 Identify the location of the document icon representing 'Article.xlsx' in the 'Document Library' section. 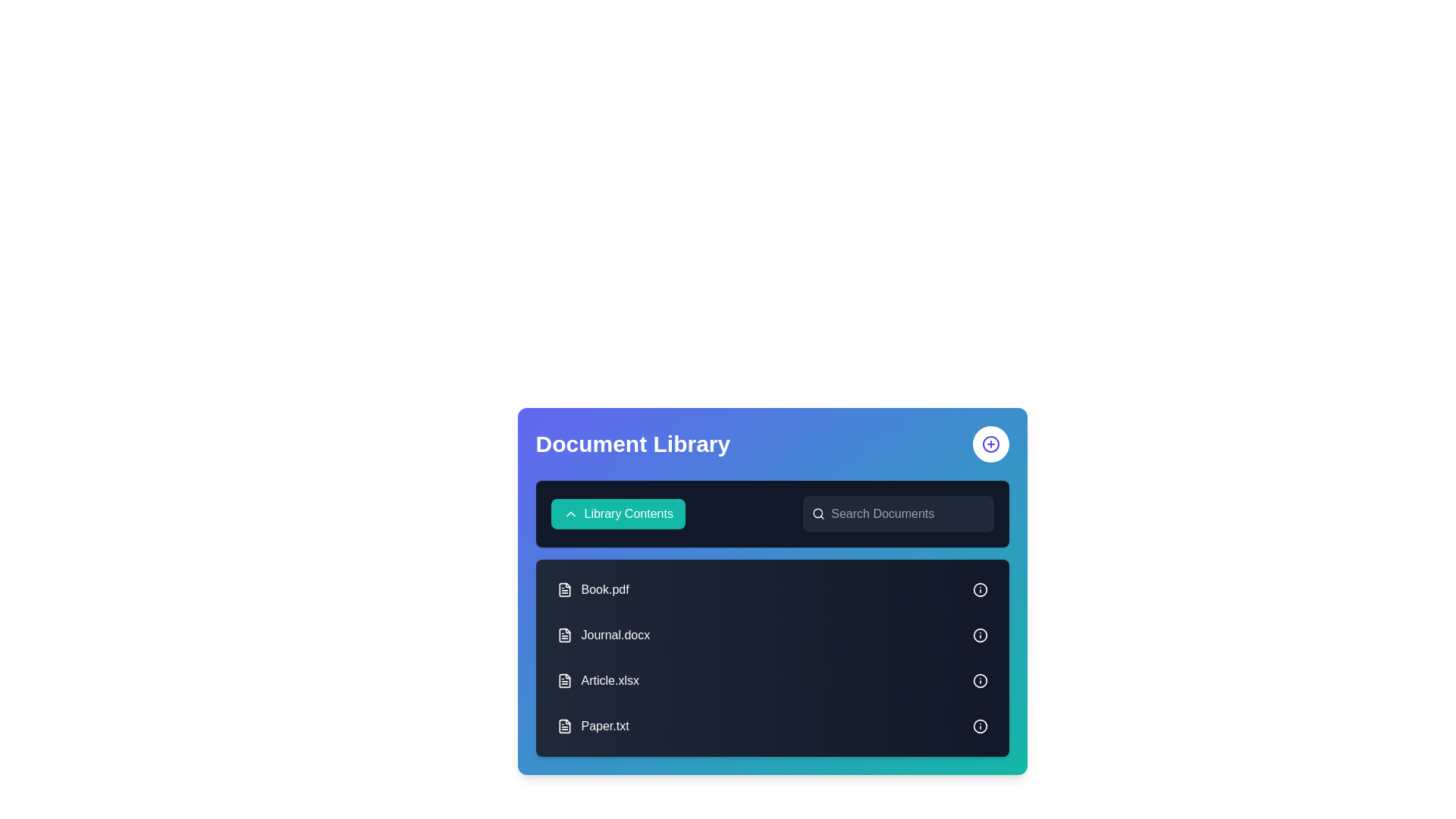
(563, 680).